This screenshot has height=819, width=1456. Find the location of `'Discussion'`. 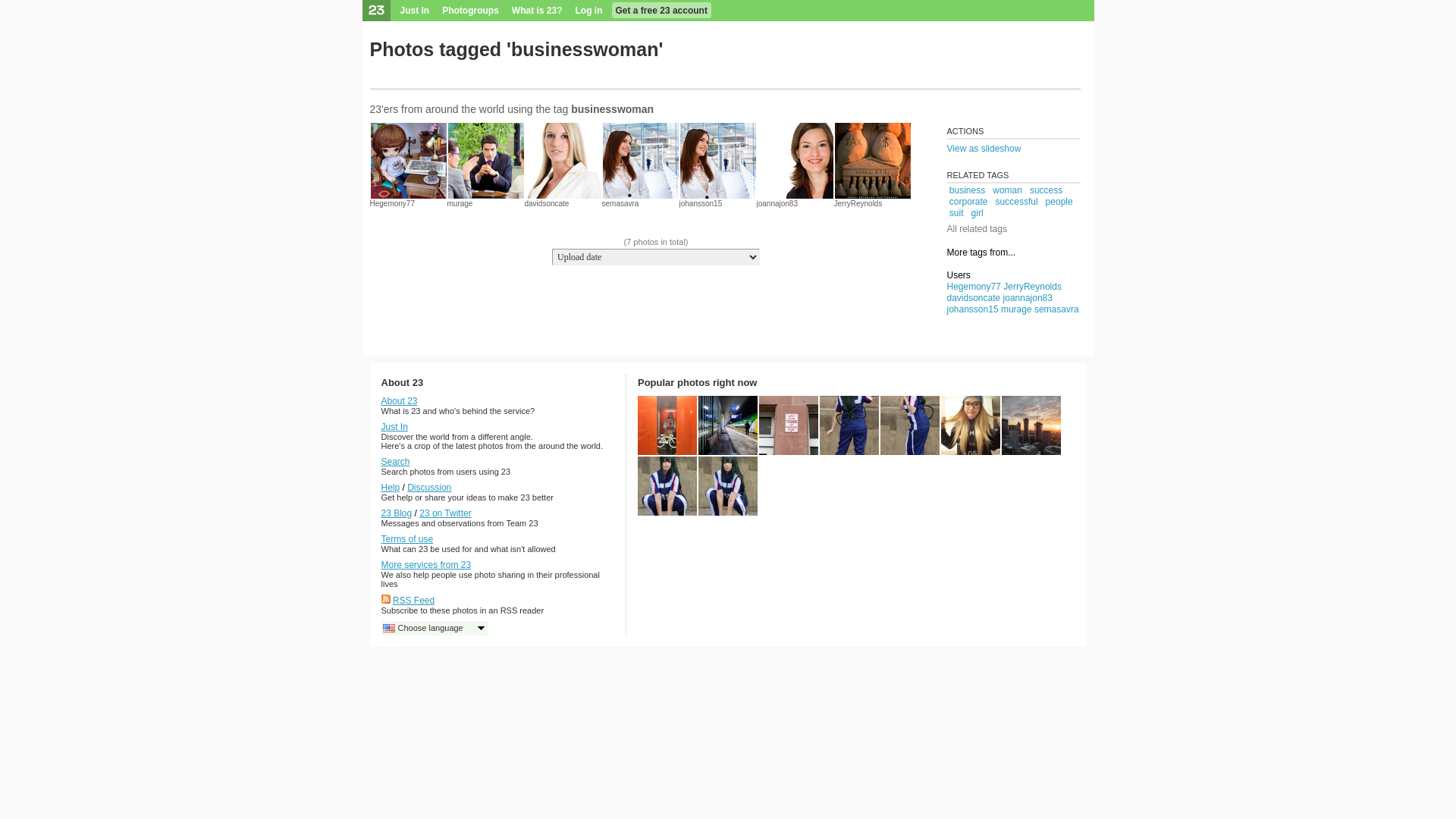

'Discussion' is located at coordinates (428, 488).